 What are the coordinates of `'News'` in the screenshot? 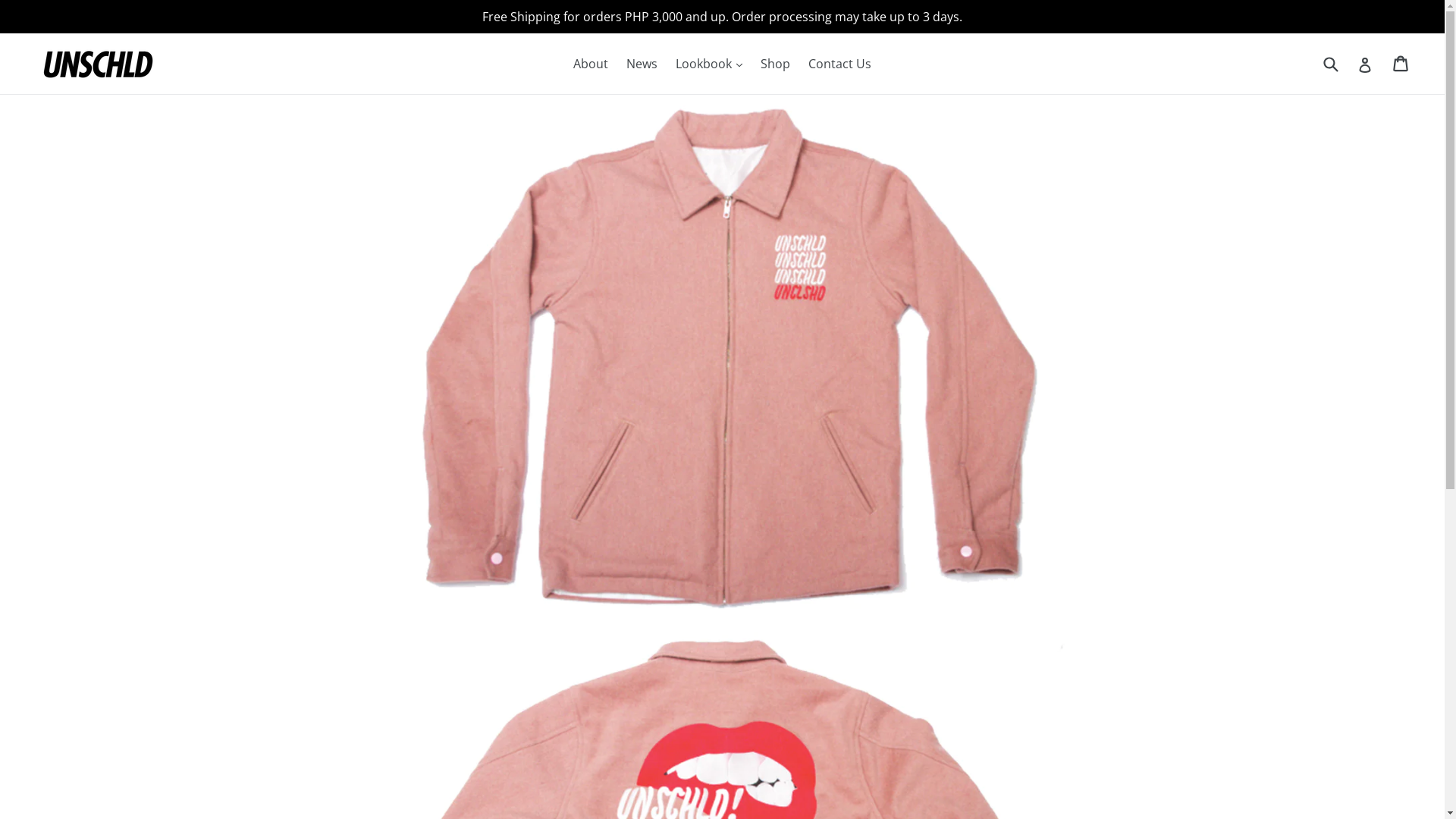 It's located at (642, 63).